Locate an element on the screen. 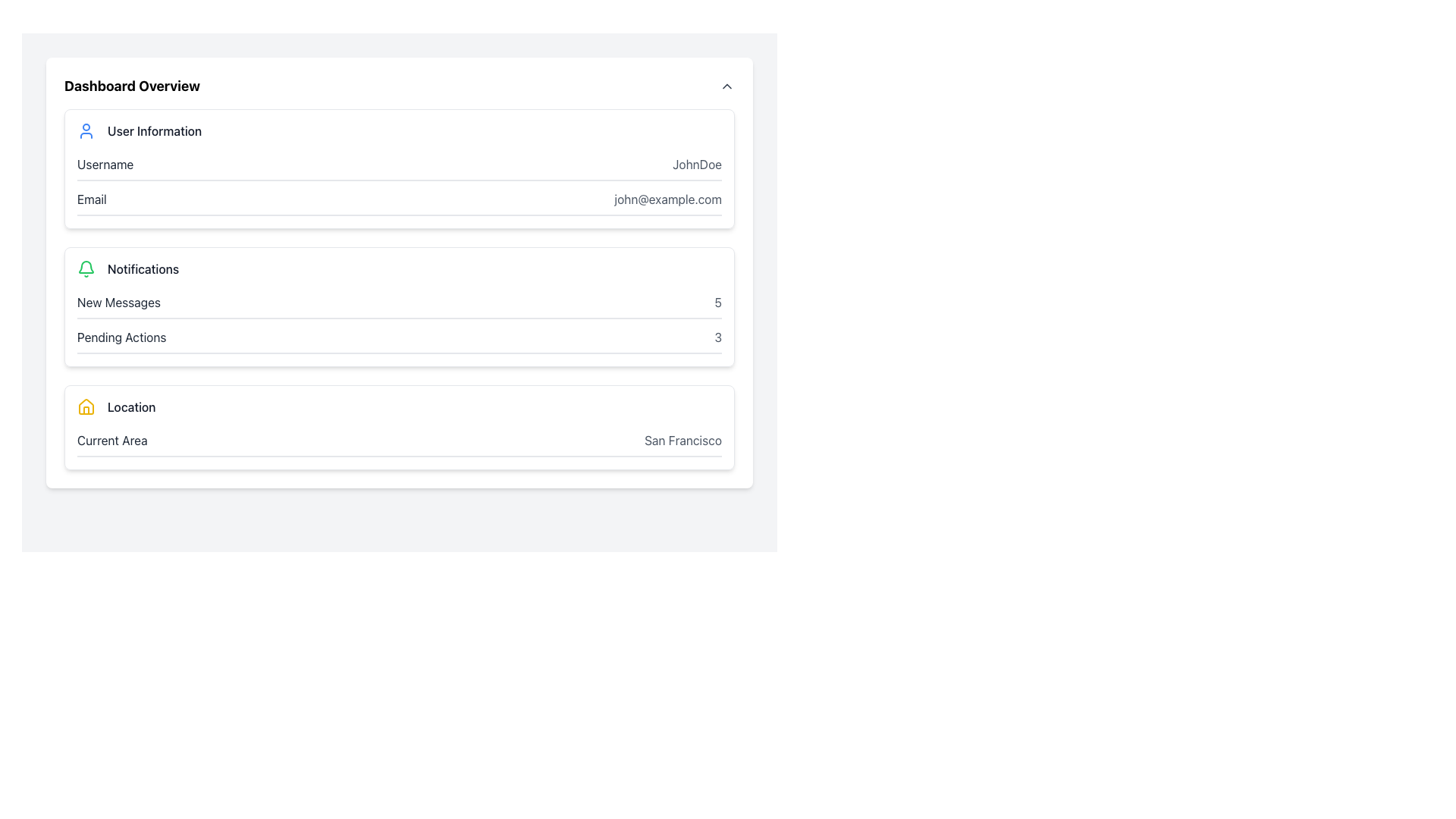 Image resolution: width=1456 pixels, height=819 pixels. the house icon, which is outlined in yellow and located in the 'Location' section of the interface, adjacent to the 'Location' label is located at coordinates (86, 406).